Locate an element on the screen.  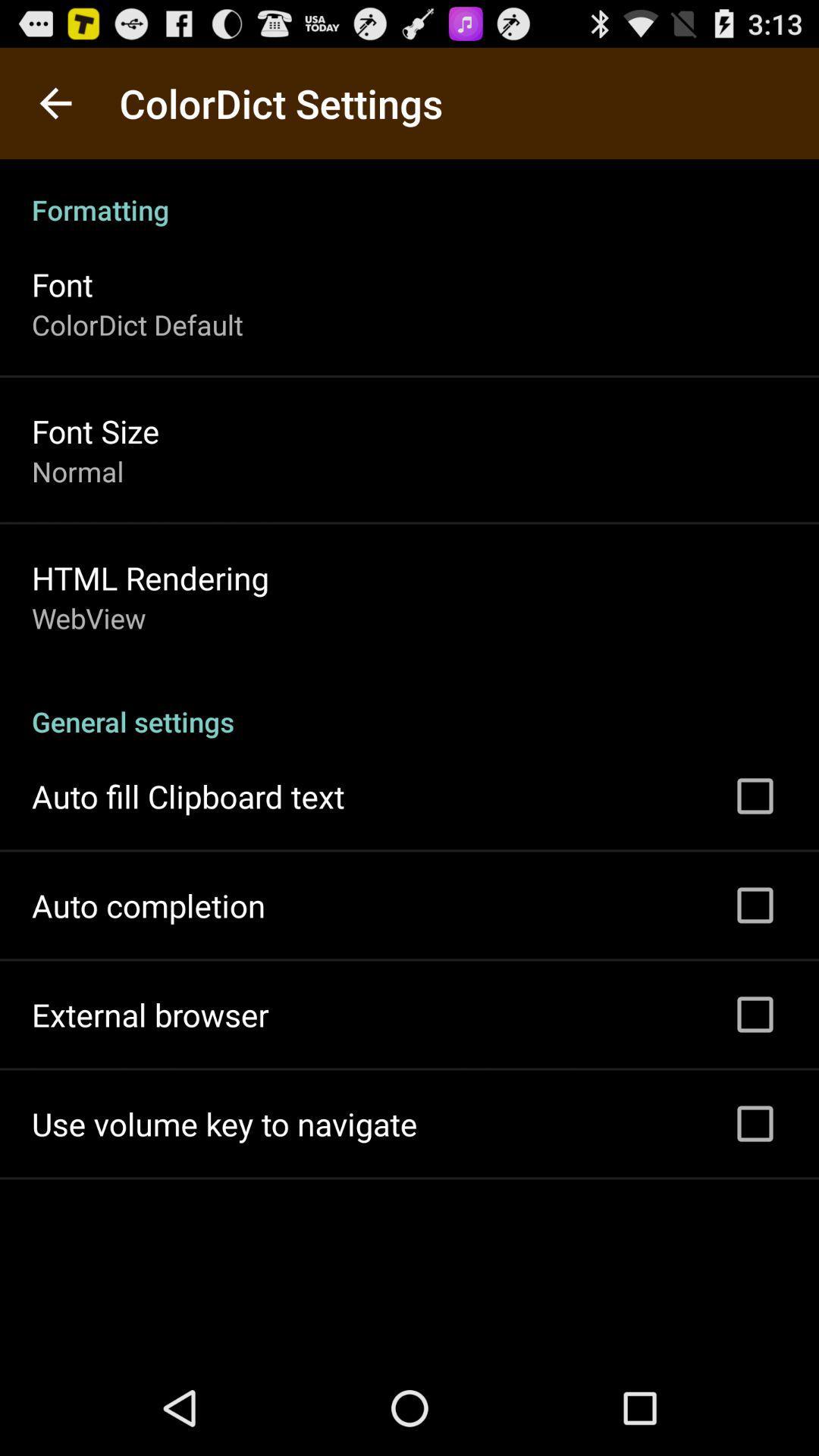
the icon below normal item is located at coordinates (150, 577).